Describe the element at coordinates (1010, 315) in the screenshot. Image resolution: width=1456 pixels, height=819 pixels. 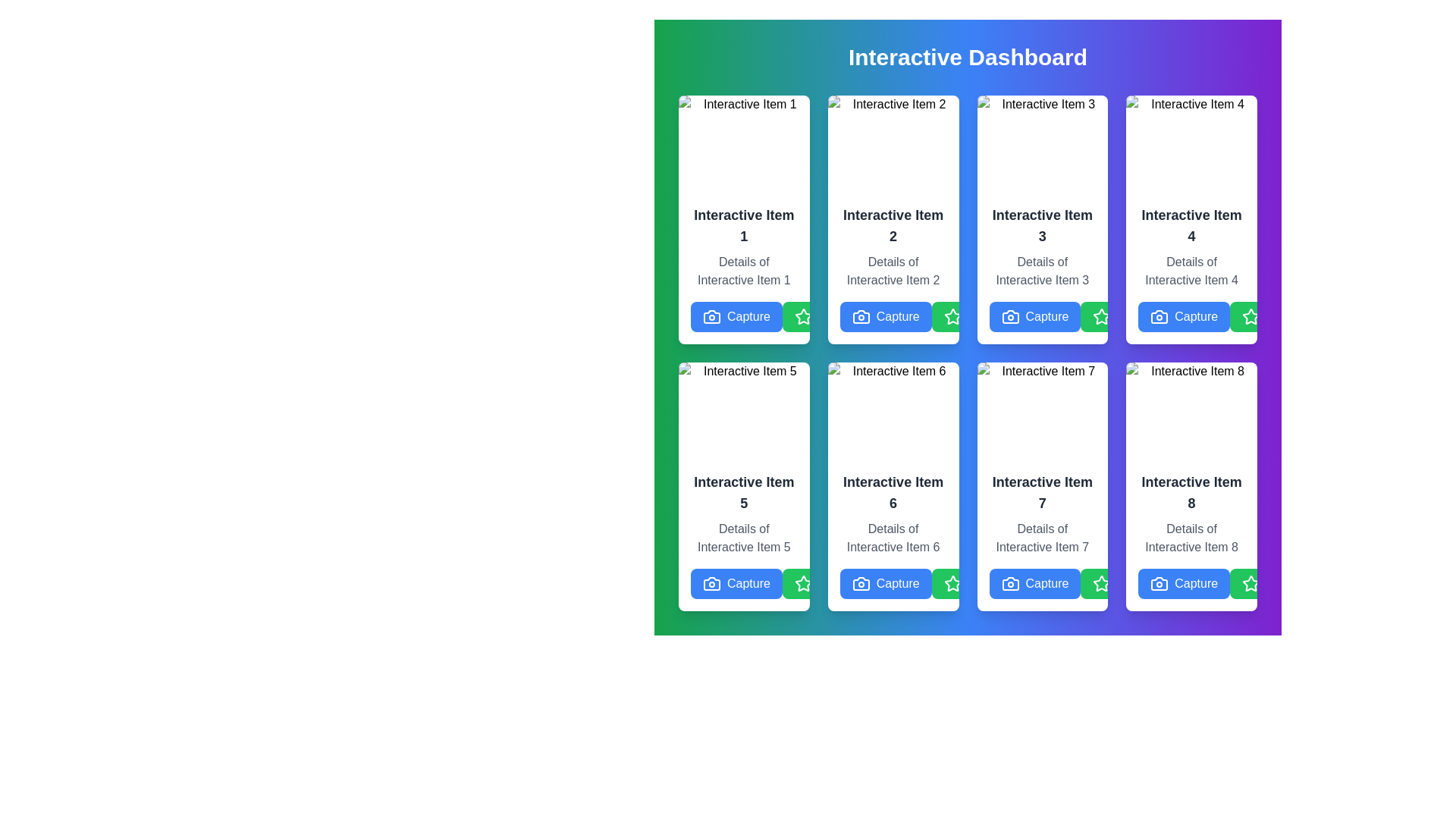
I see `the camera icon located at the bottom center of the card labeled 'Interactive Item 3'` at that location.